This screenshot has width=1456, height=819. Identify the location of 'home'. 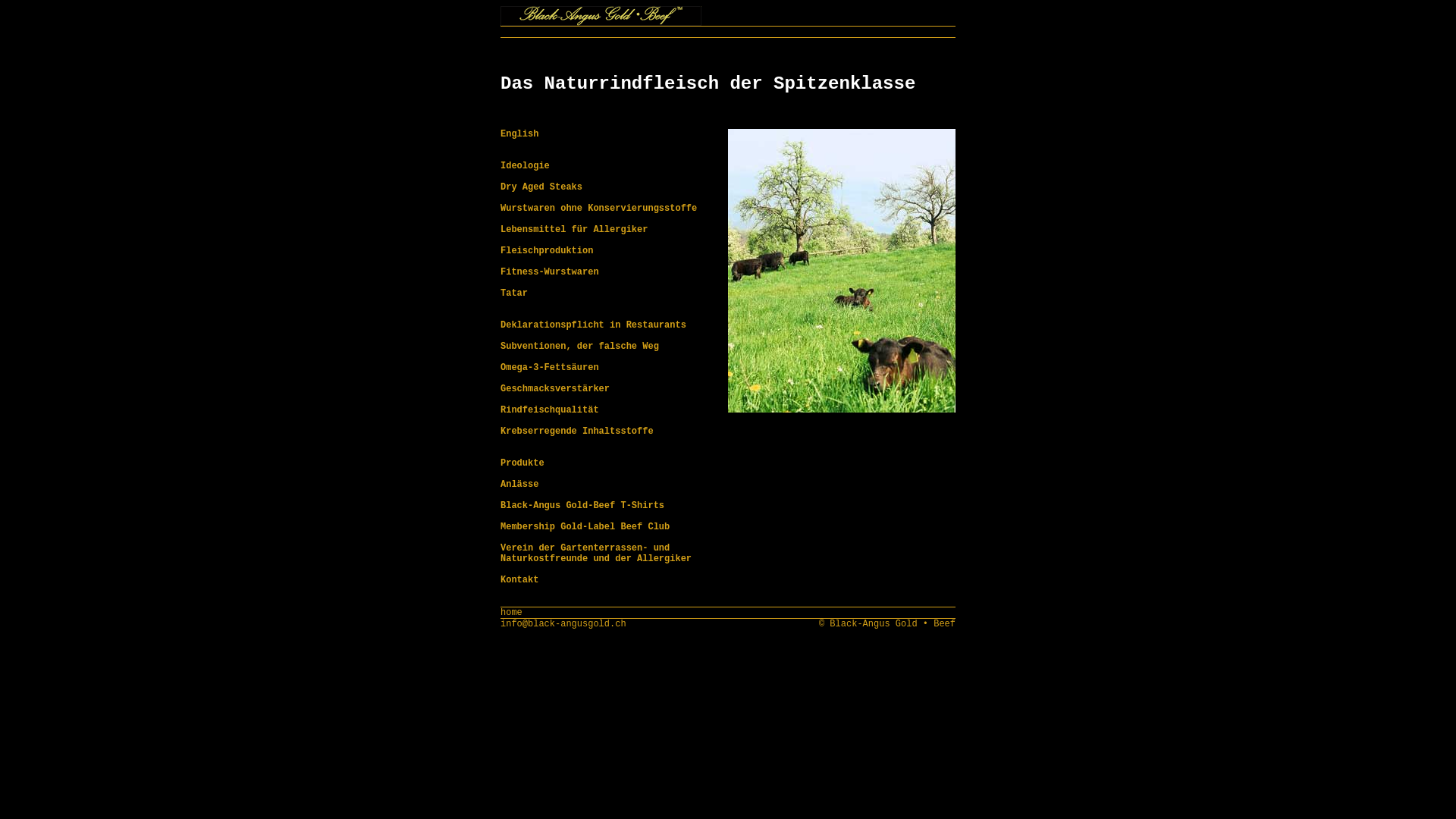
(500, 611).